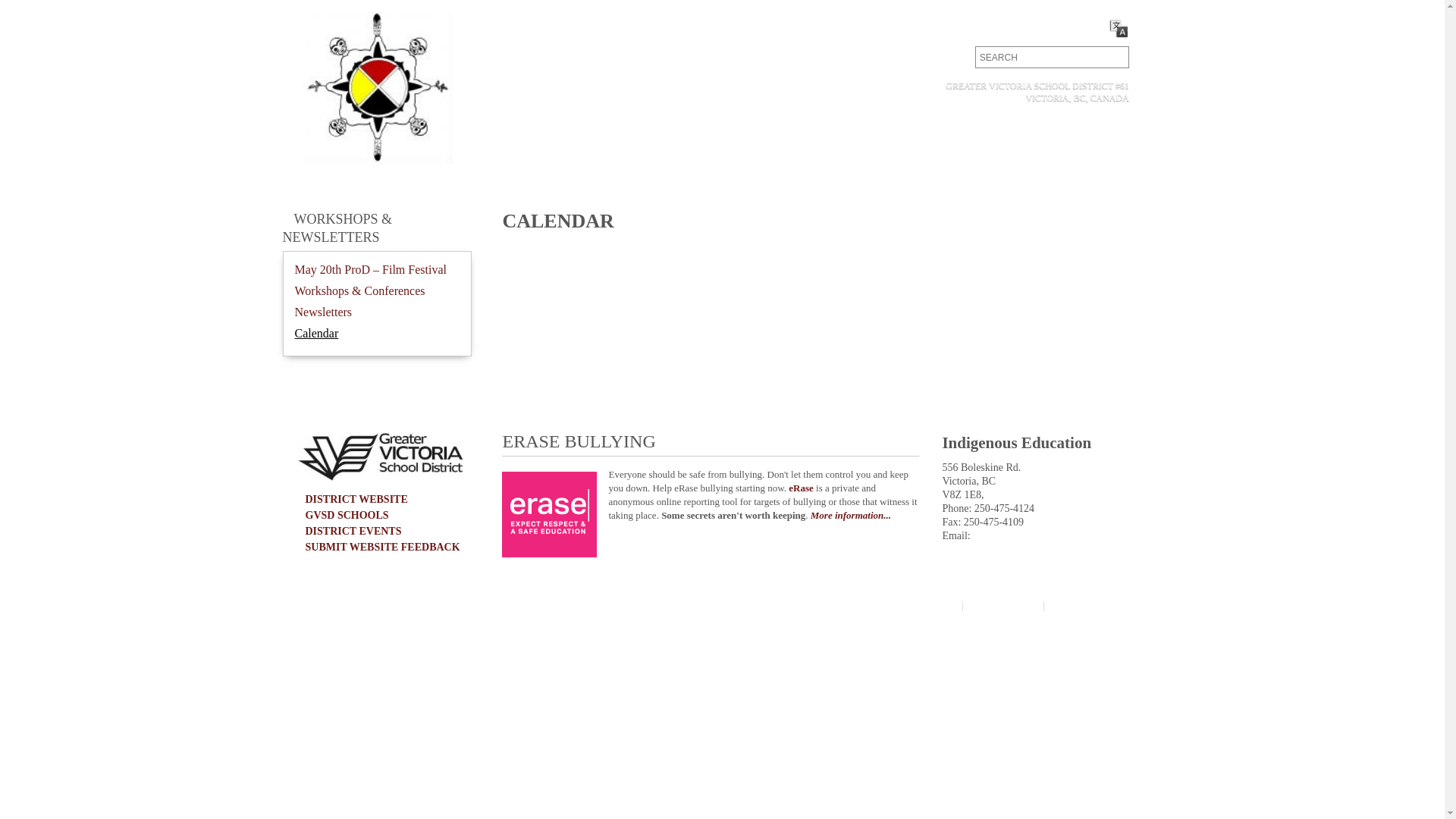 The image size is (1456, 819). What do you see at coordinates (294, 332) in the screenshot?
I see `'Calendar'` at bounding box center [294, 332].